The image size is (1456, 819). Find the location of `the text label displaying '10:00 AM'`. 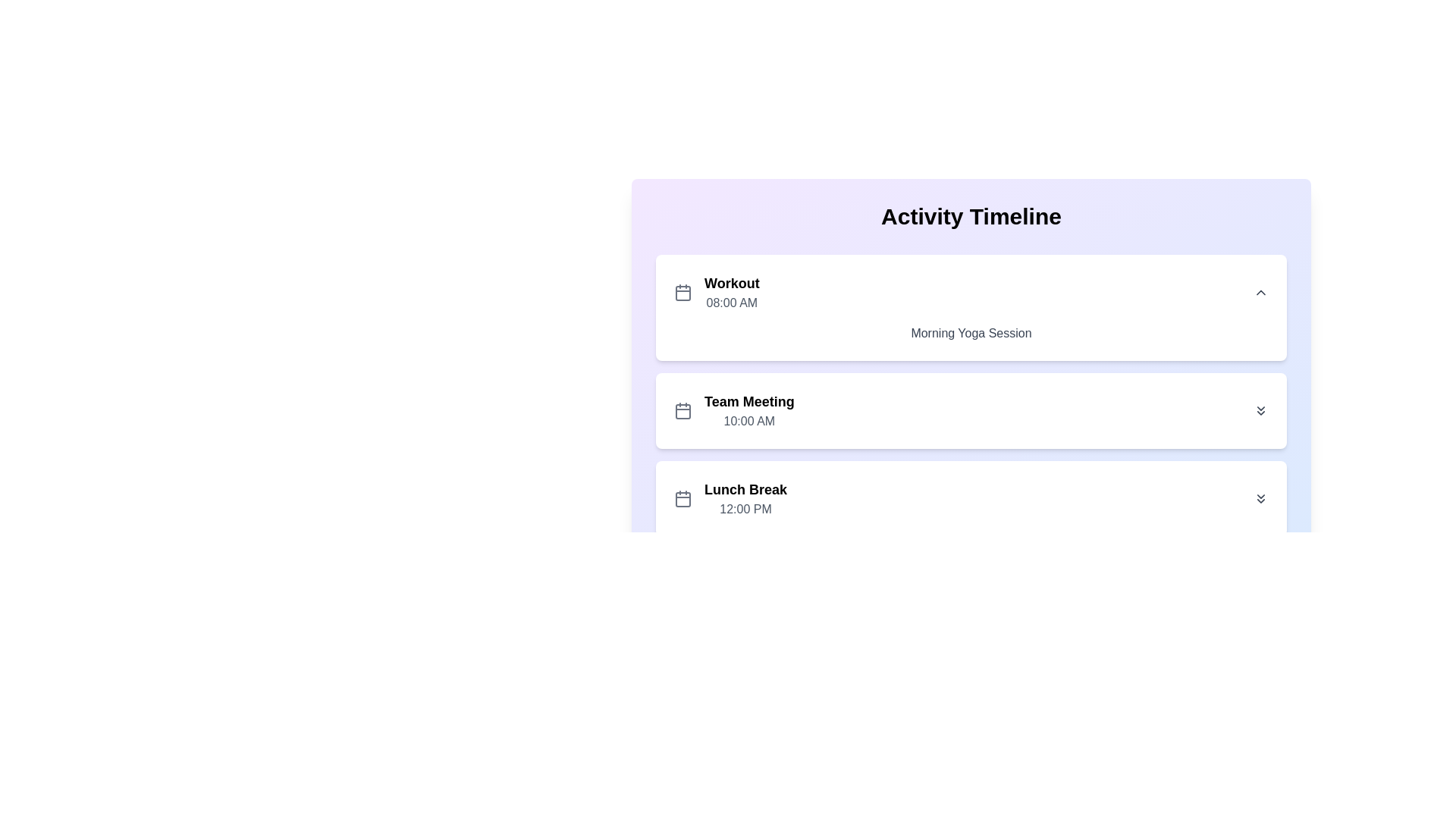

the text label displaying '10:00 AM' is located at coordinates (749, 421).